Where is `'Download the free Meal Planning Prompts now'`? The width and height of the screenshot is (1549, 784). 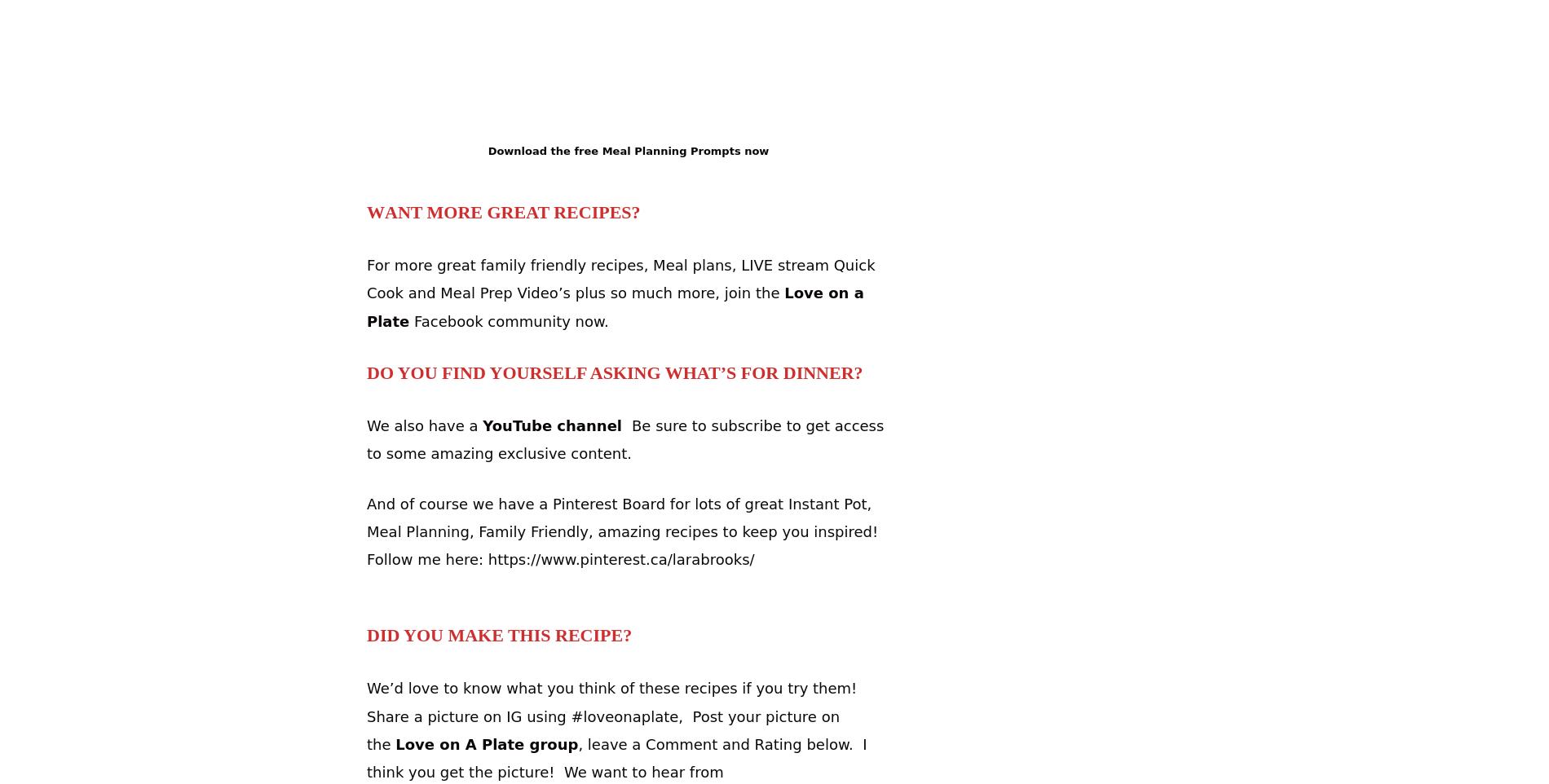
'Download the free Meal Planning Prompts now' is located at coordinates (627, 151).